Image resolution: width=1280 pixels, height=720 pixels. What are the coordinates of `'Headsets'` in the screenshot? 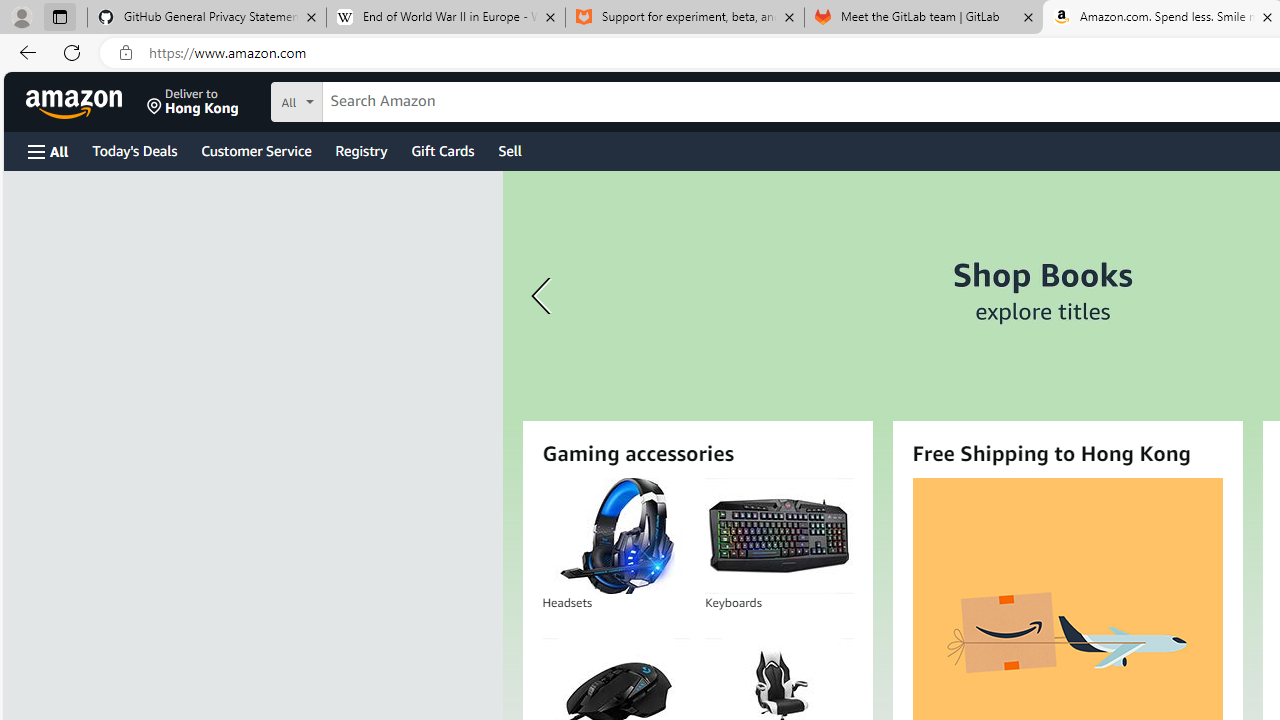 It's located at (615, 535).